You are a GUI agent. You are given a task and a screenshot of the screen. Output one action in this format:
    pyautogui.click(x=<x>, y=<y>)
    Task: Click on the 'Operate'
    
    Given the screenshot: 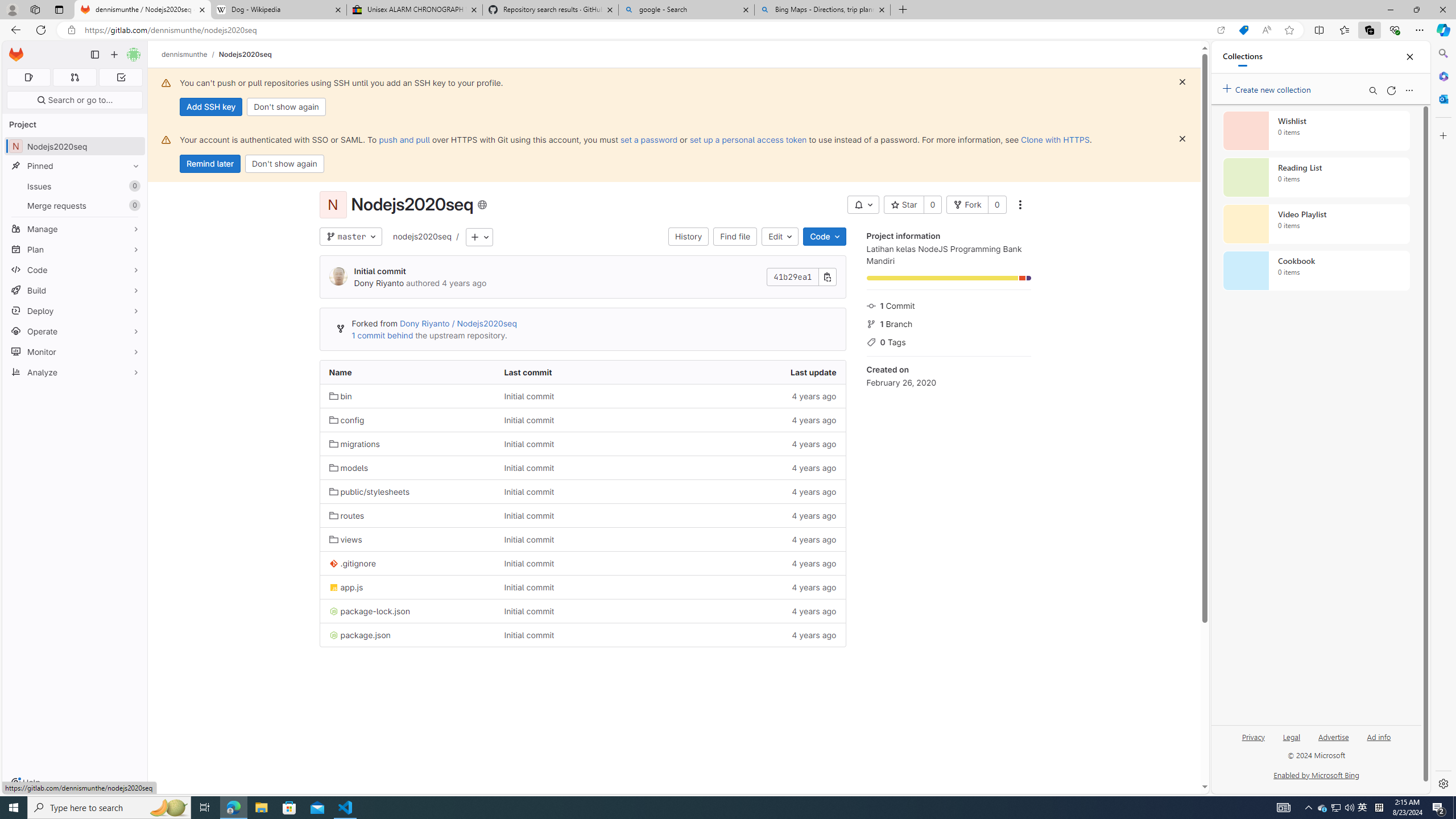 What is the action you would take?
    pyautogui.click(x=74, y=331)
    